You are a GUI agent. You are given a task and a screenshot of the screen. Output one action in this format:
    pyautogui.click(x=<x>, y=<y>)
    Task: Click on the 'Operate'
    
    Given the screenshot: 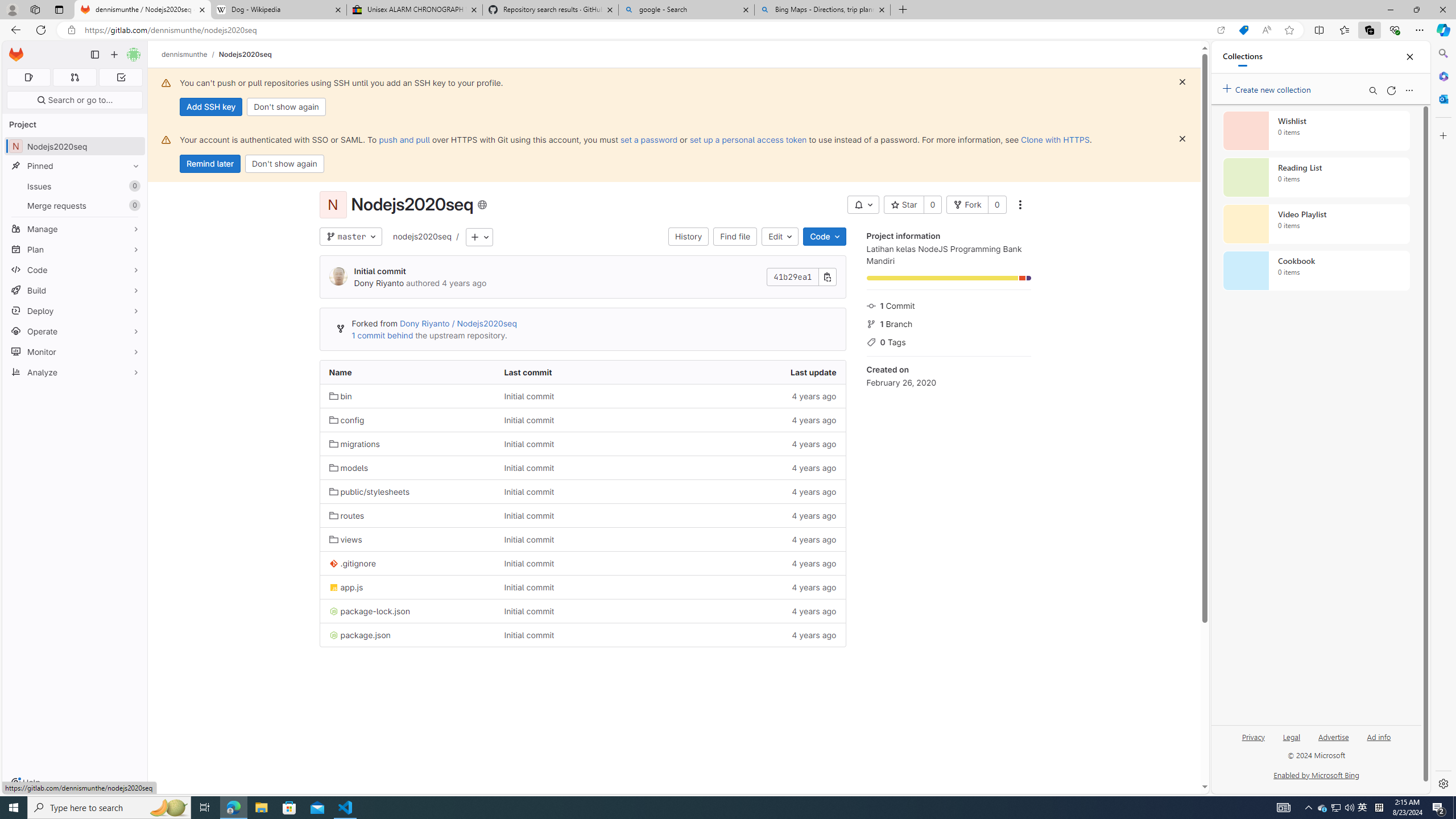 What is the action you would take?
    pyautogui.click(x=74, y=331)
    